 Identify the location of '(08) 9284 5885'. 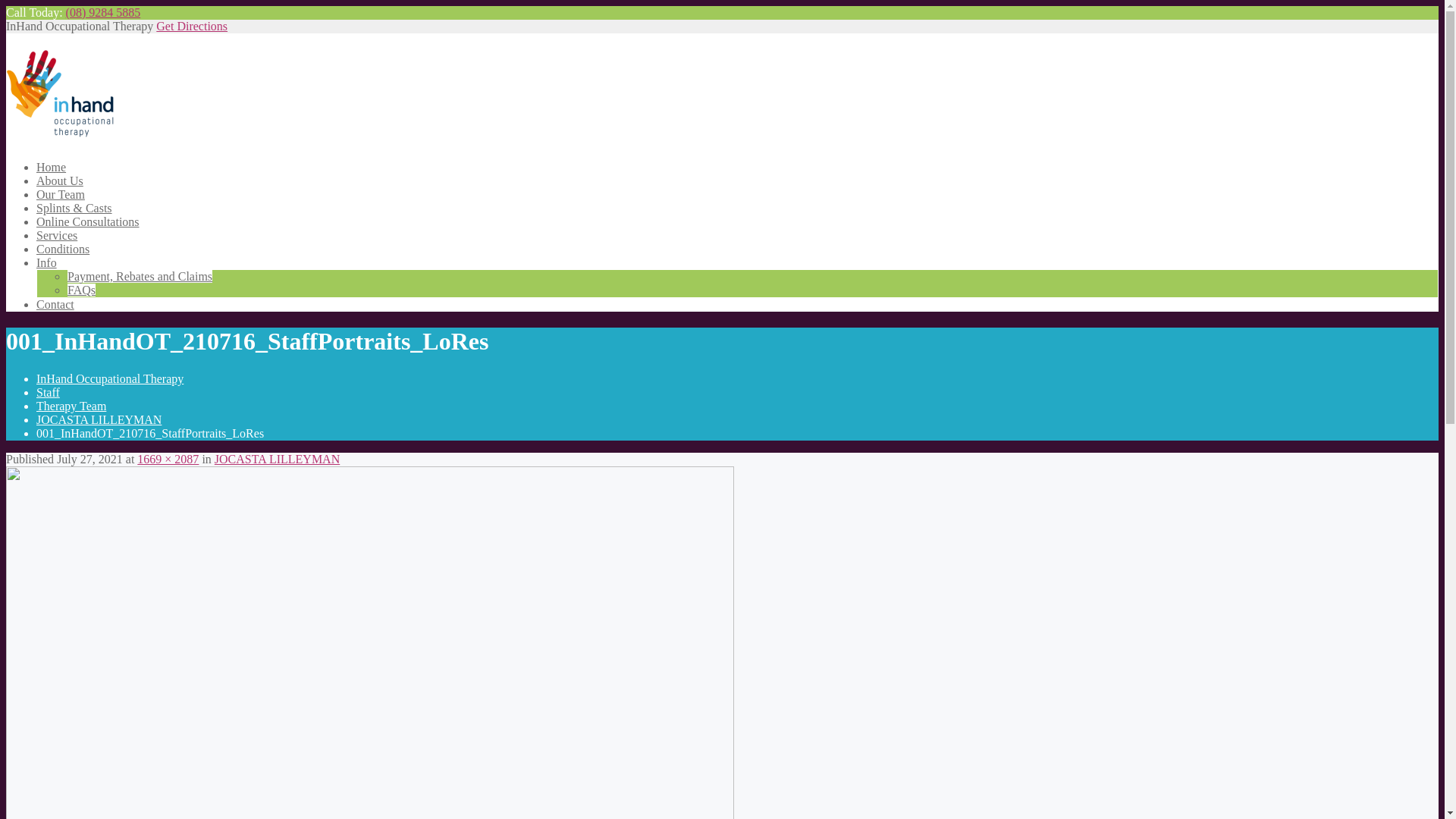
(102, 12).